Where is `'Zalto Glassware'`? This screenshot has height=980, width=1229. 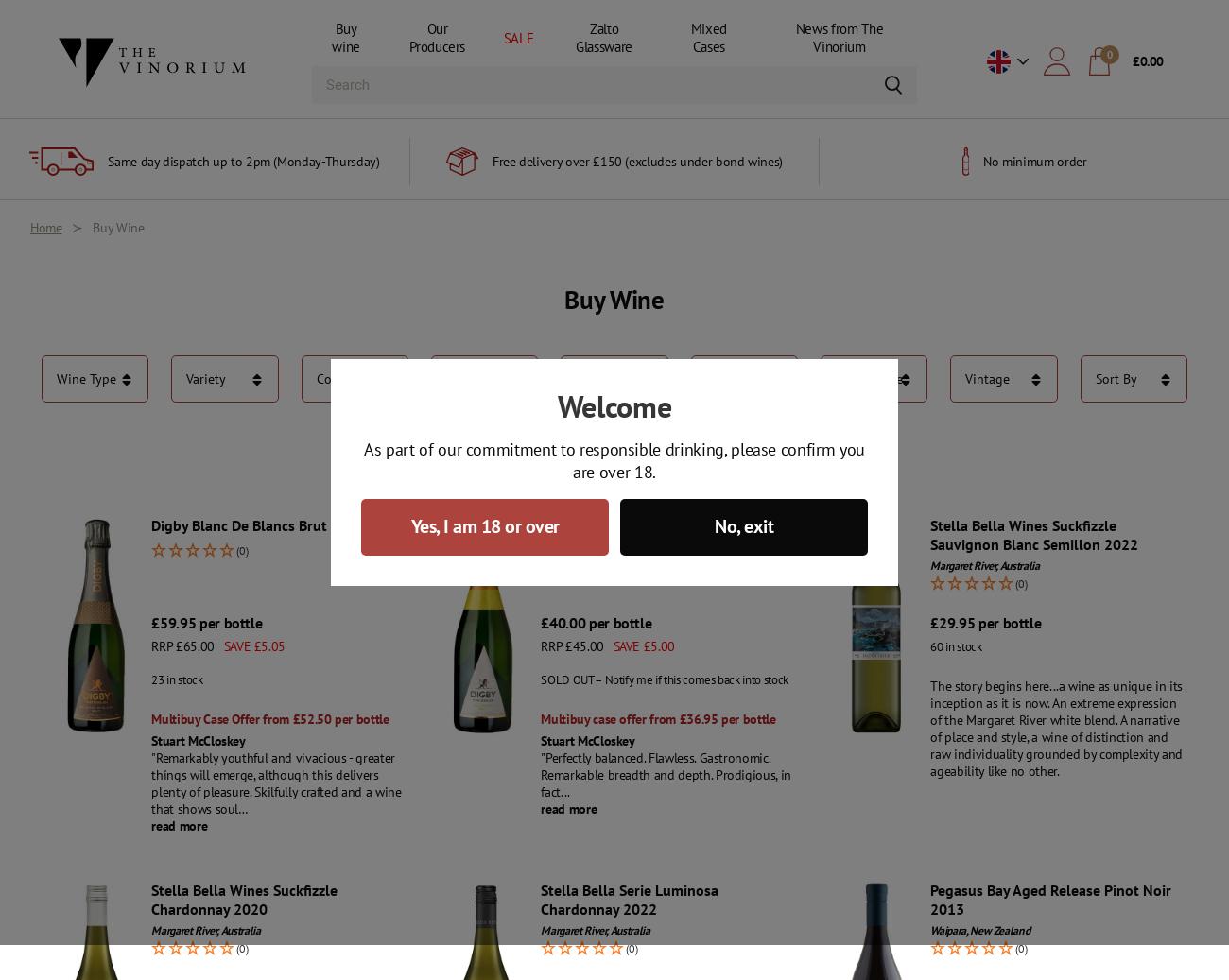 'Zalto Glassware' is located at coordinates (576, 37).